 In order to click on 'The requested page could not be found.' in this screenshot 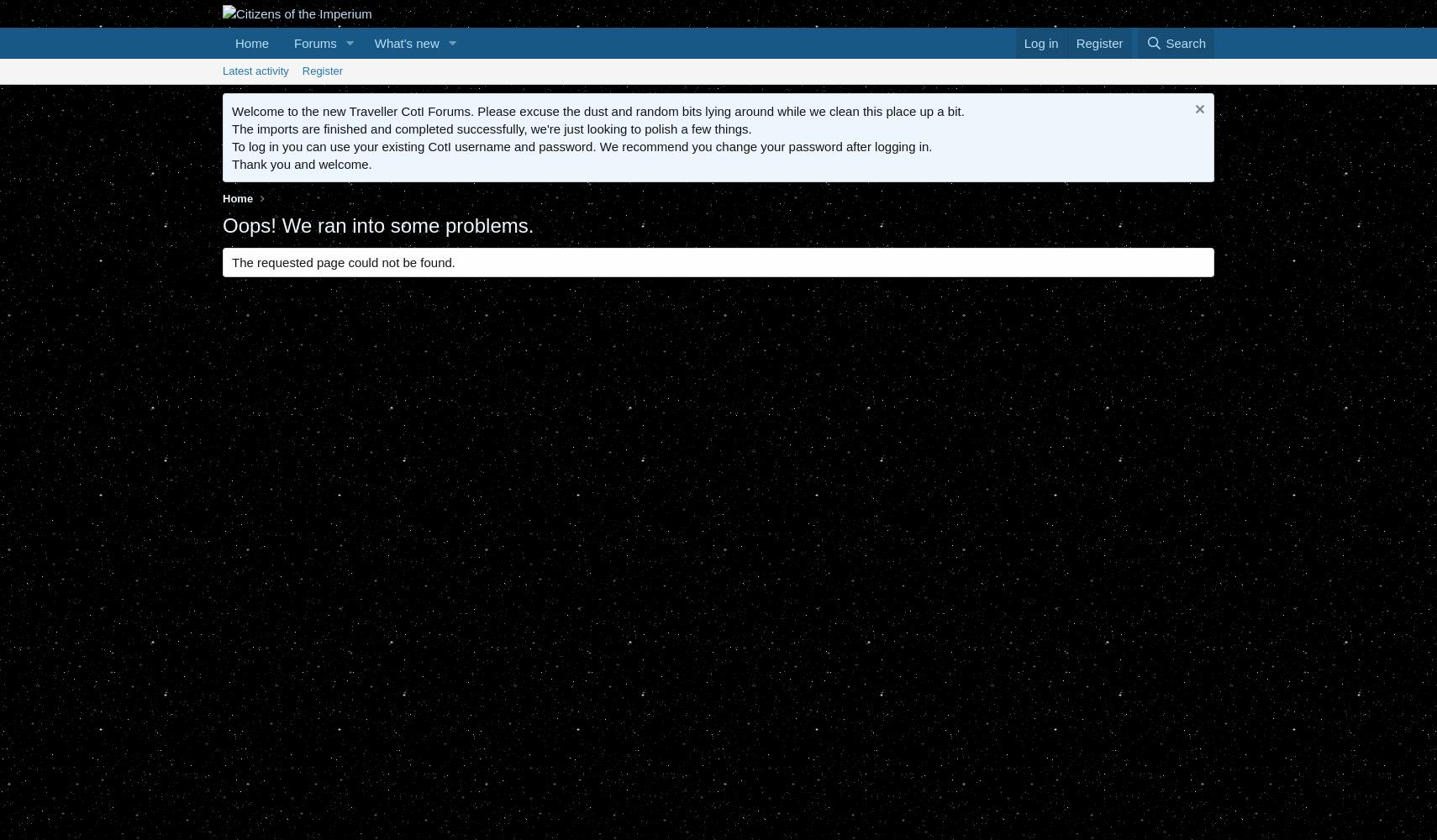, I will do `click(343, 262)`.